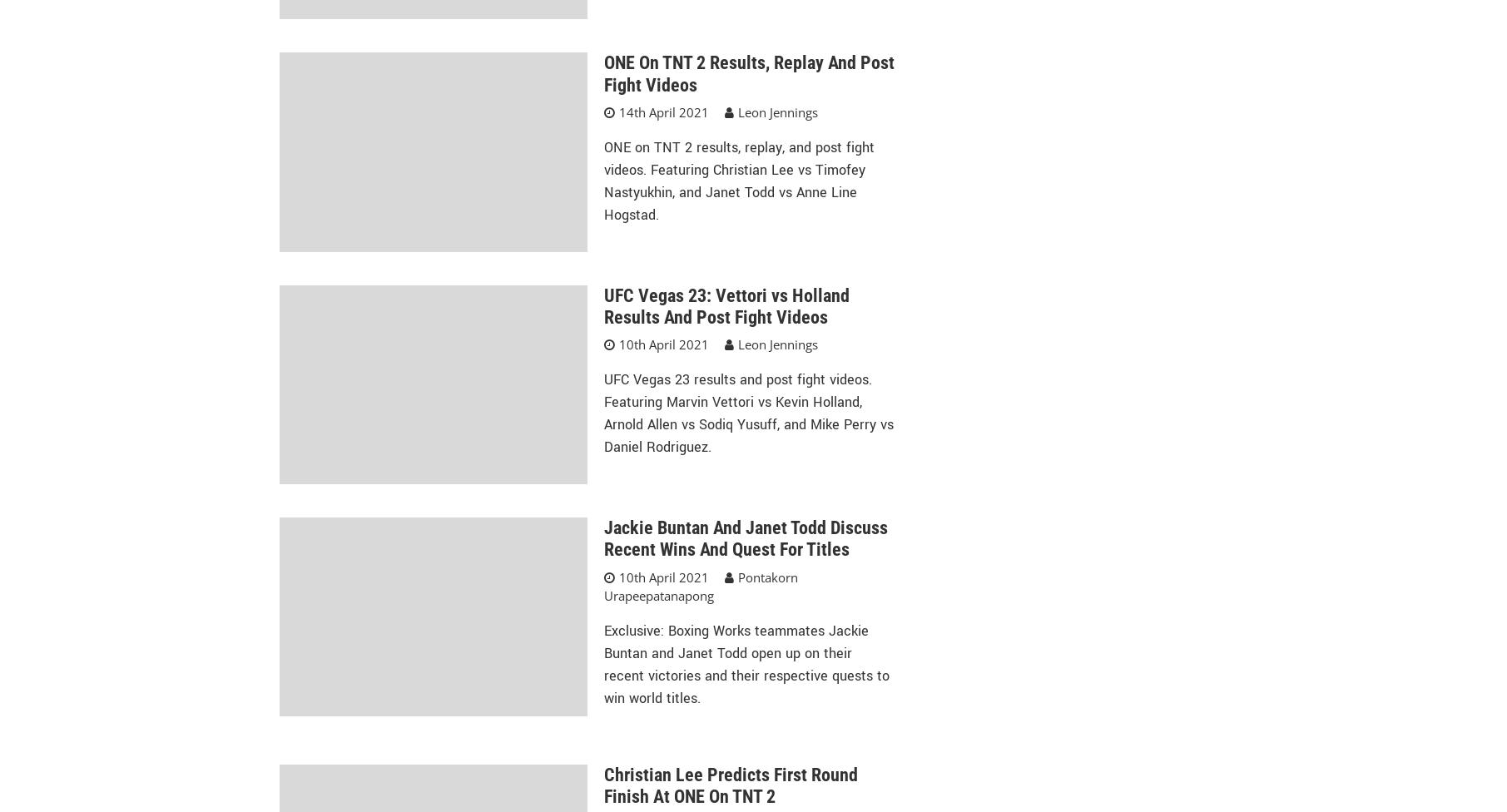  What do you see at coordinates (726, 304) in the screenshot?
I see `'UFC Vegas 23: Vettori vs Holland Results And Post Fight Videos'` at bounding box center [726, 304].